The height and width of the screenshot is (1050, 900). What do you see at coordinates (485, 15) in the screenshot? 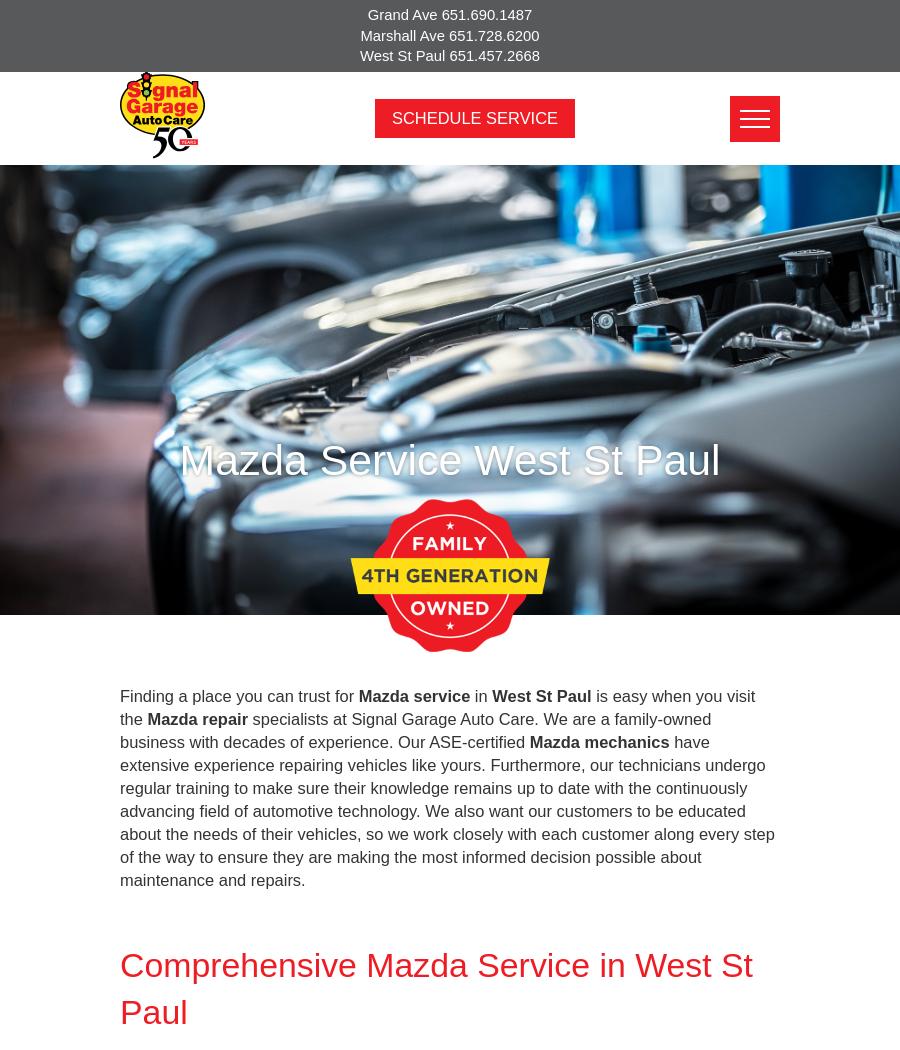
I see `'651.690.1487'` at bounding box center [485, 15].